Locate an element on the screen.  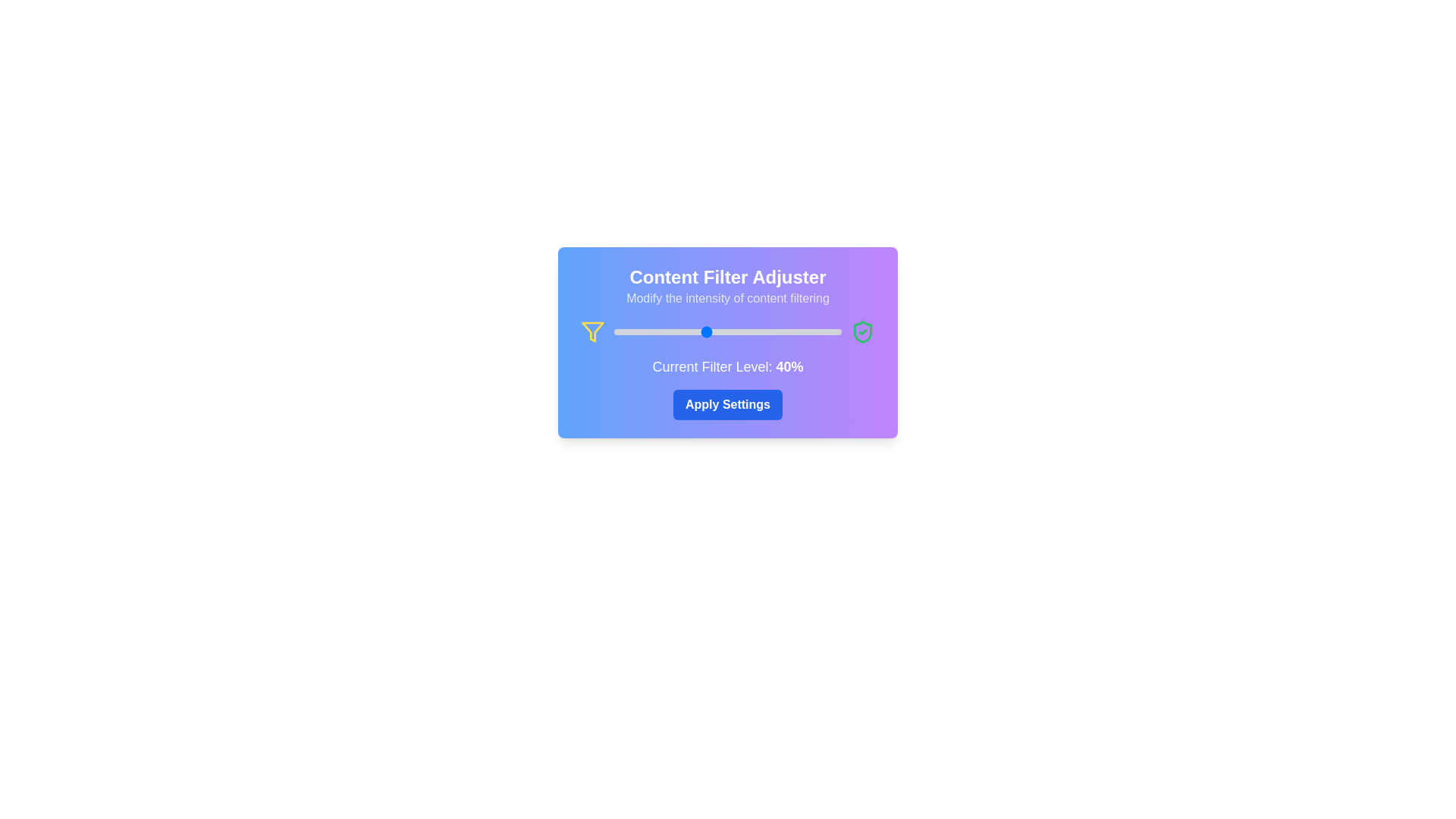
the content filter level to 85% by dragging the slider is located at coordinates (807, 331).